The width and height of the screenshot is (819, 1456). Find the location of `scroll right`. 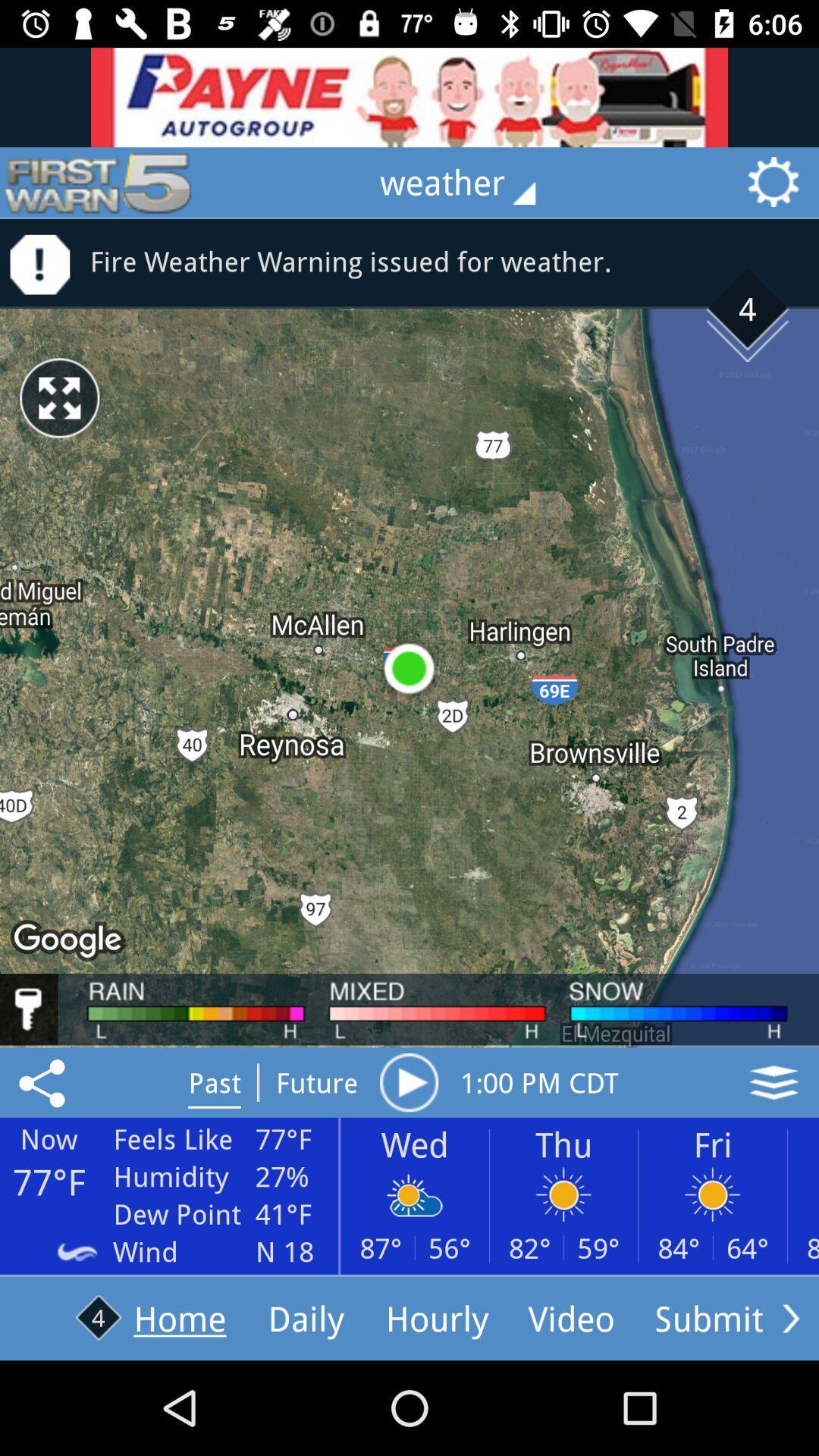

scroll right is located at coordinates (790, 1317).